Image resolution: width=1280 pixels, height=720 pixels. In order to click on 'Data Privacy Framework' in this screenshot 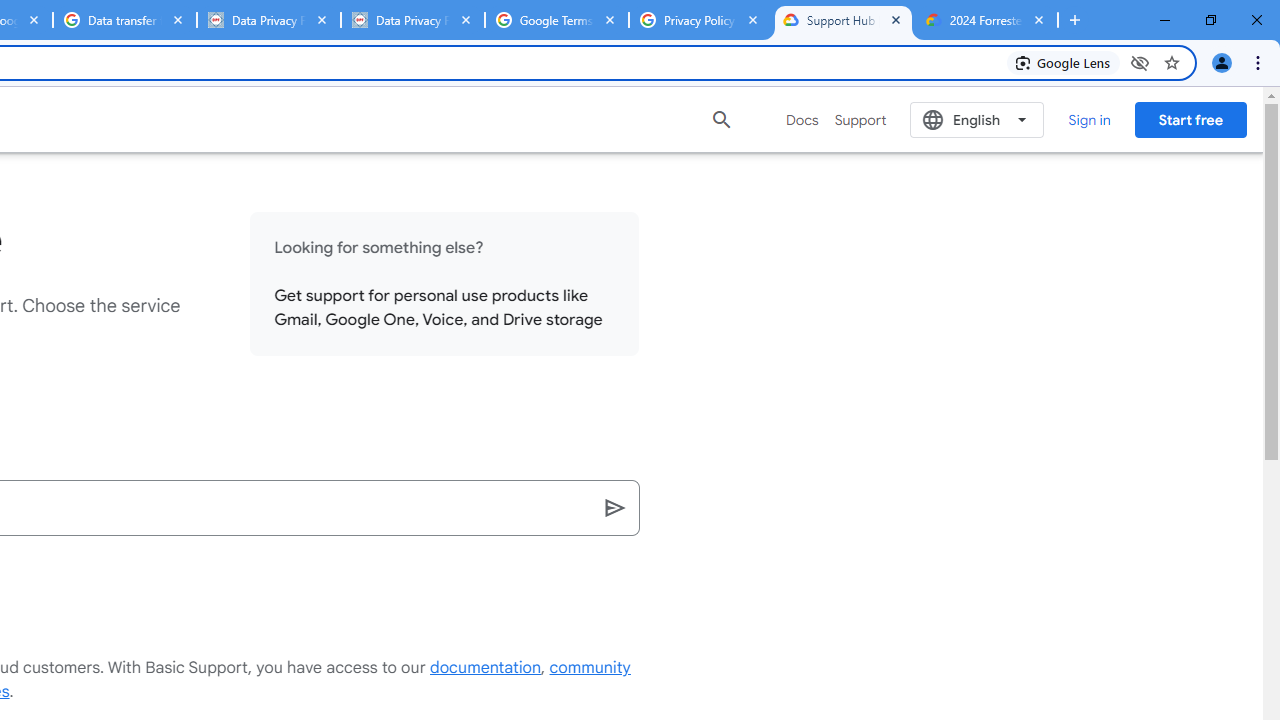, I will do `click(411, 20)`.